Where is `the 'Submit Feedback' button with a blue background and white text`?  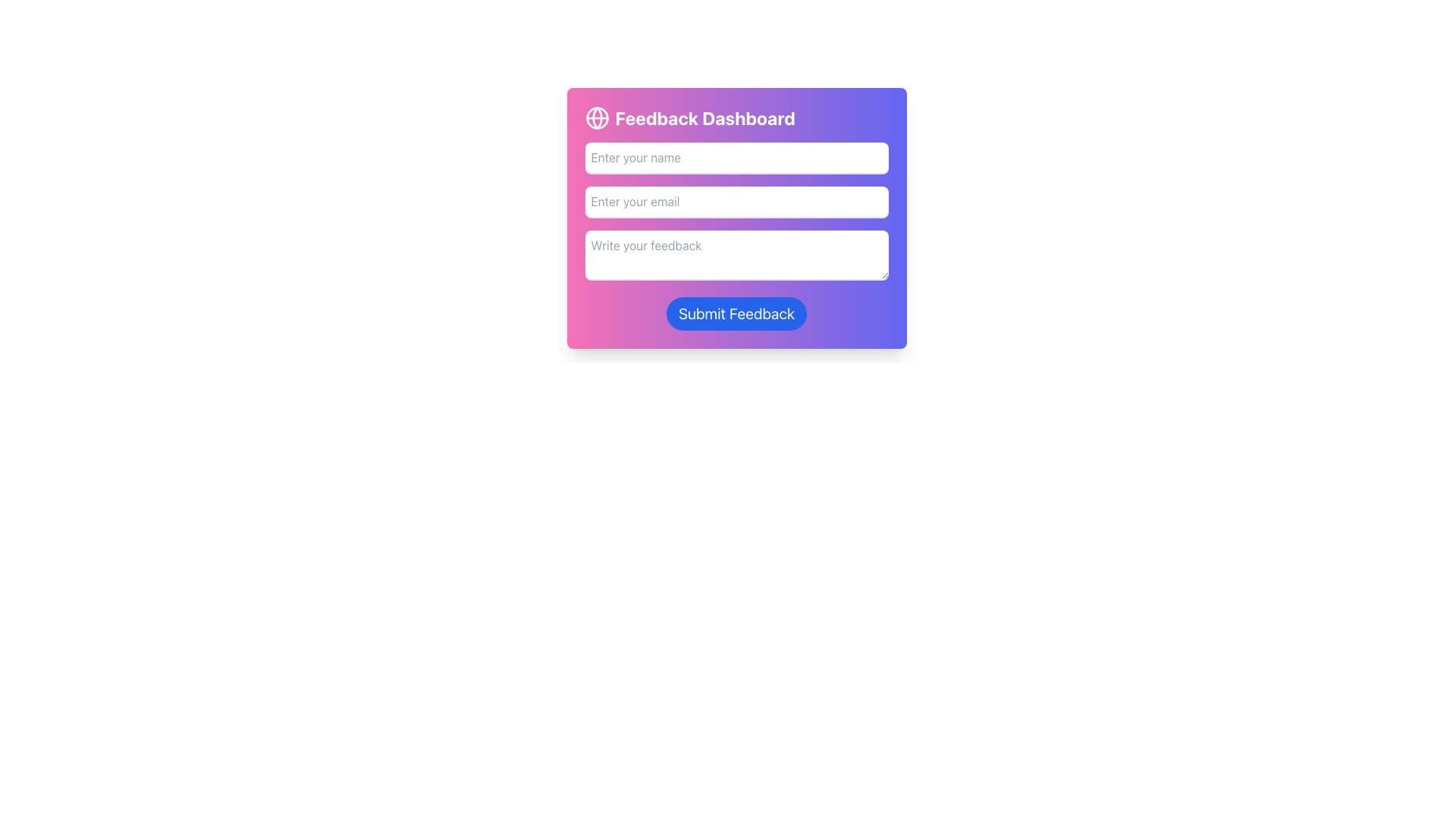
the 'Submit Feedback' button with a blue background and white text is located at coordinates (736, 312).